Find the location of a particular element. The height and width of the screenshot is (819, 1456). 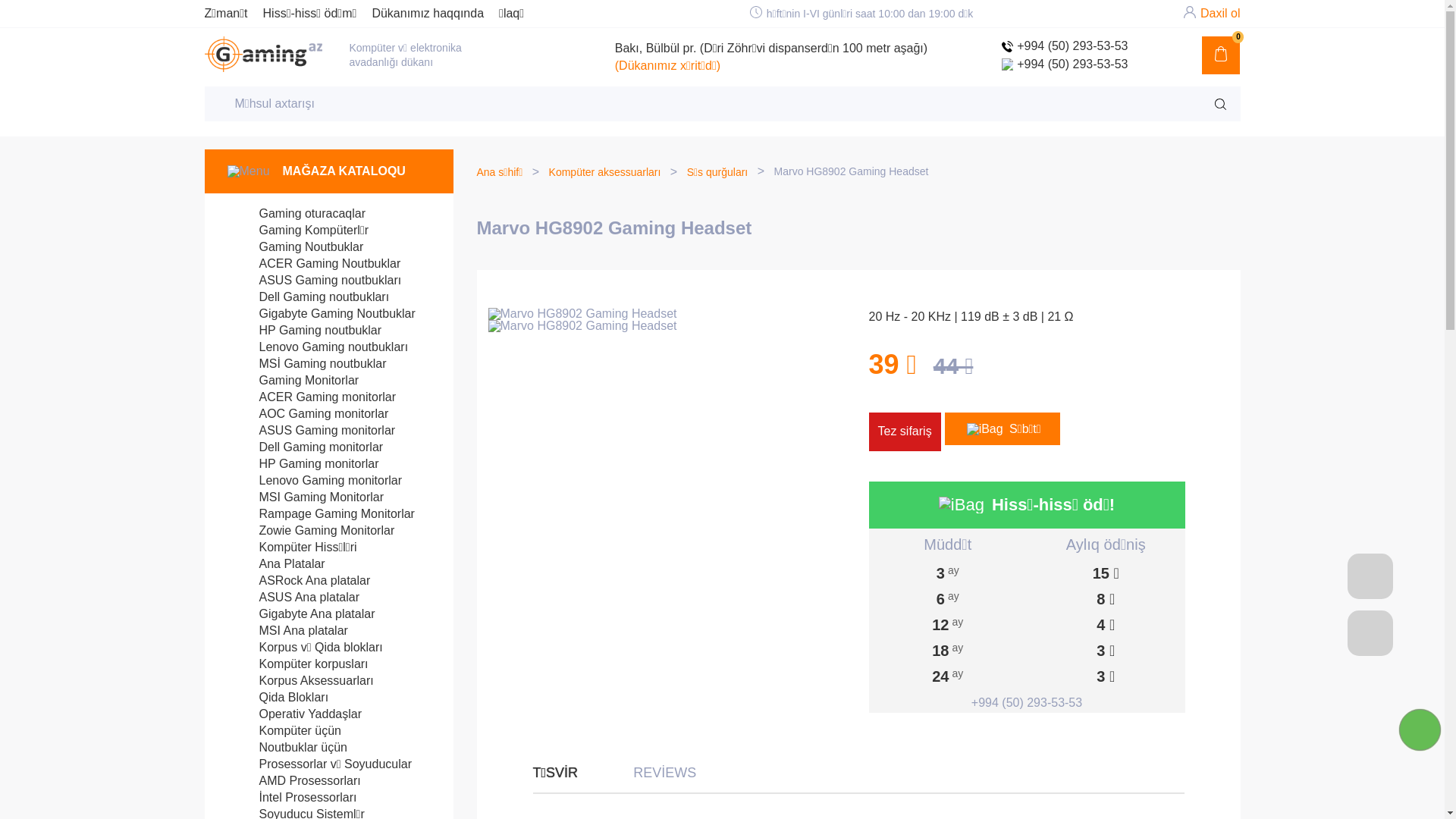

'Gaming oturacaqlar' is located at coordinates (297, 213).